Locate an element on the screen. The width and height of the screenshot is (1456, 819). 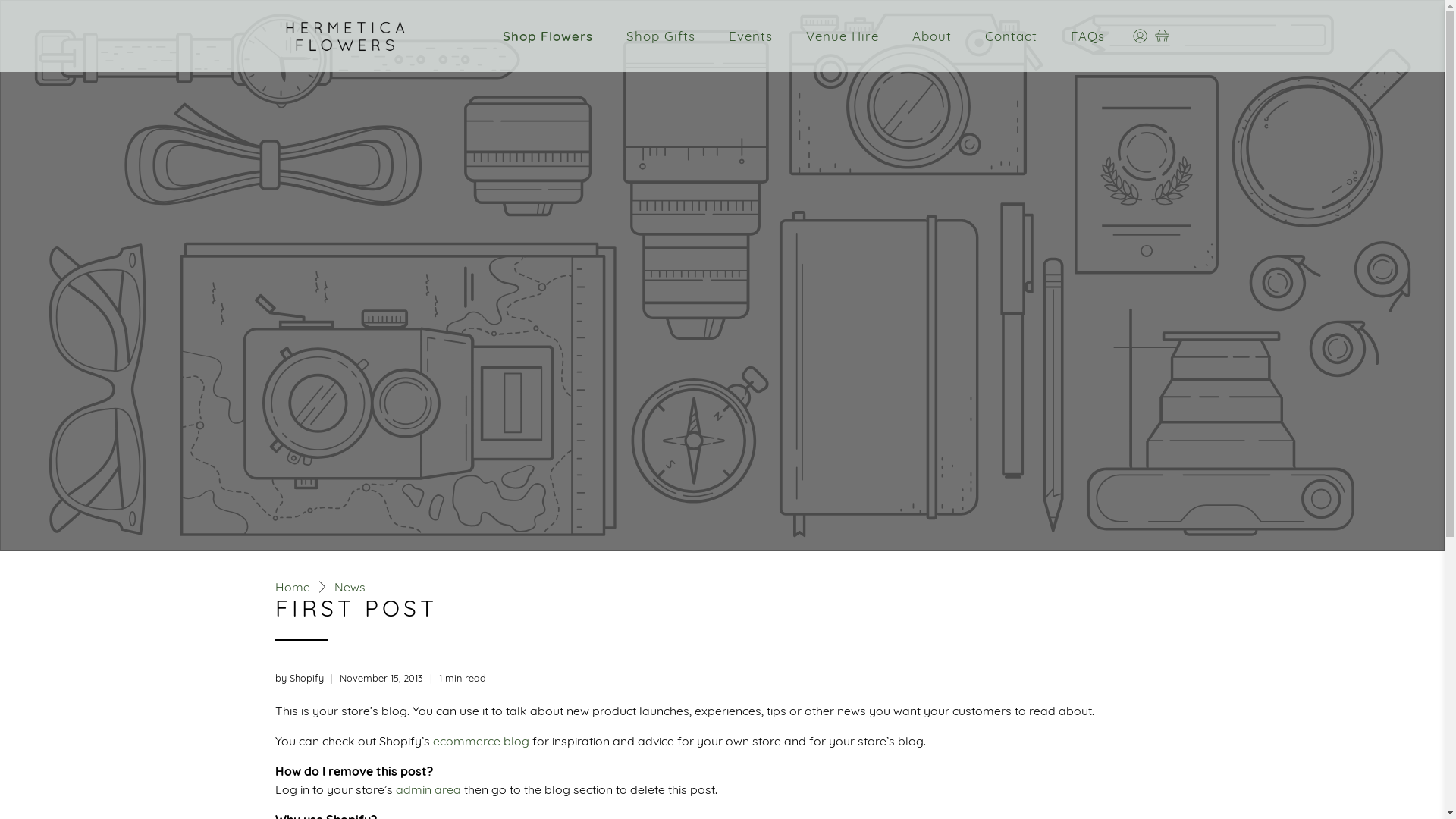
'Venue Hire' is located at coordinates (841, 35).